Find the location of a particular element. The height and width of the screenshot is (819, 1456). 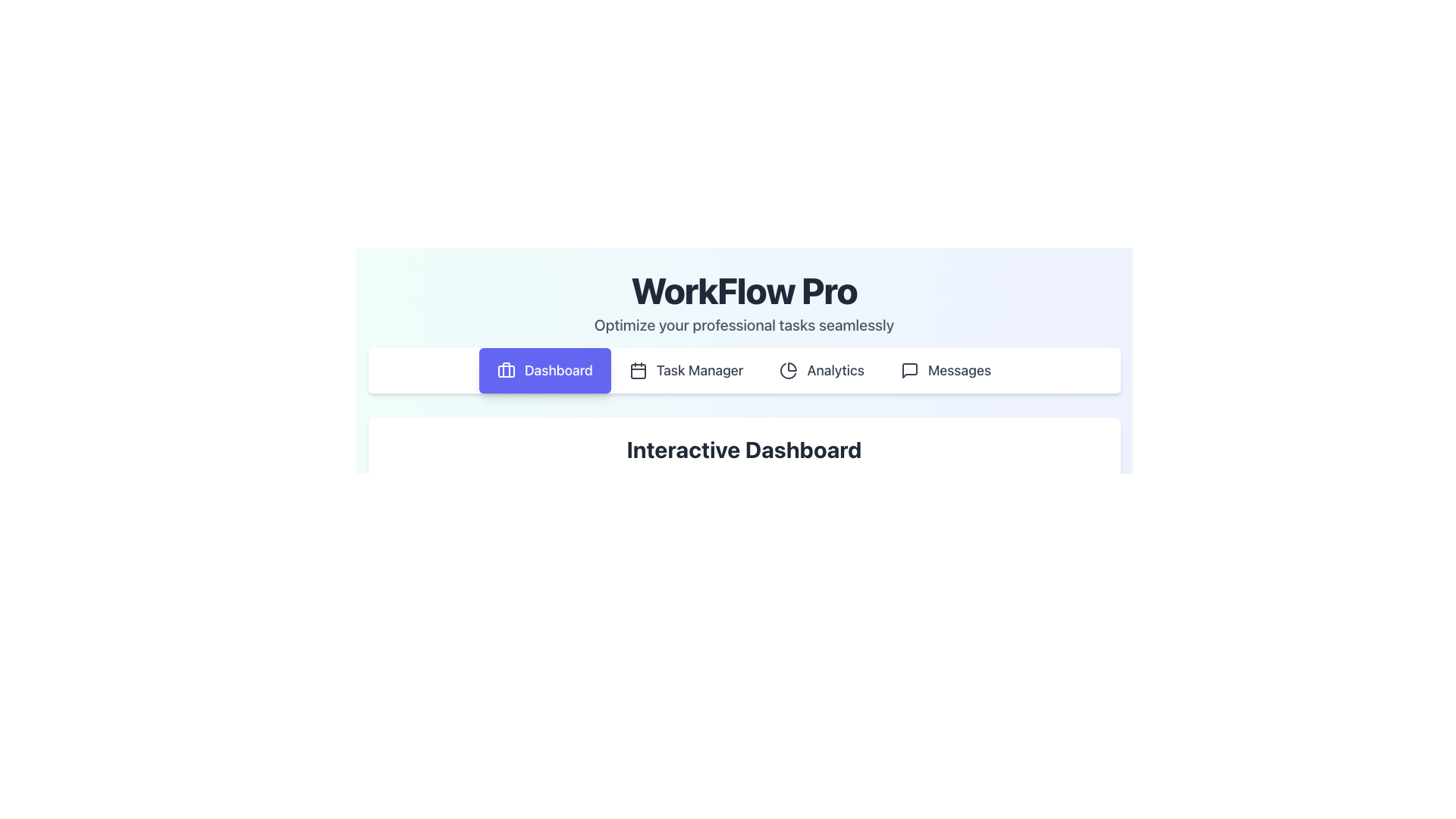

the Messages tab icon in the navigation bar, which serves as an indicator for messaging activities is located at coordinates (909, 371).